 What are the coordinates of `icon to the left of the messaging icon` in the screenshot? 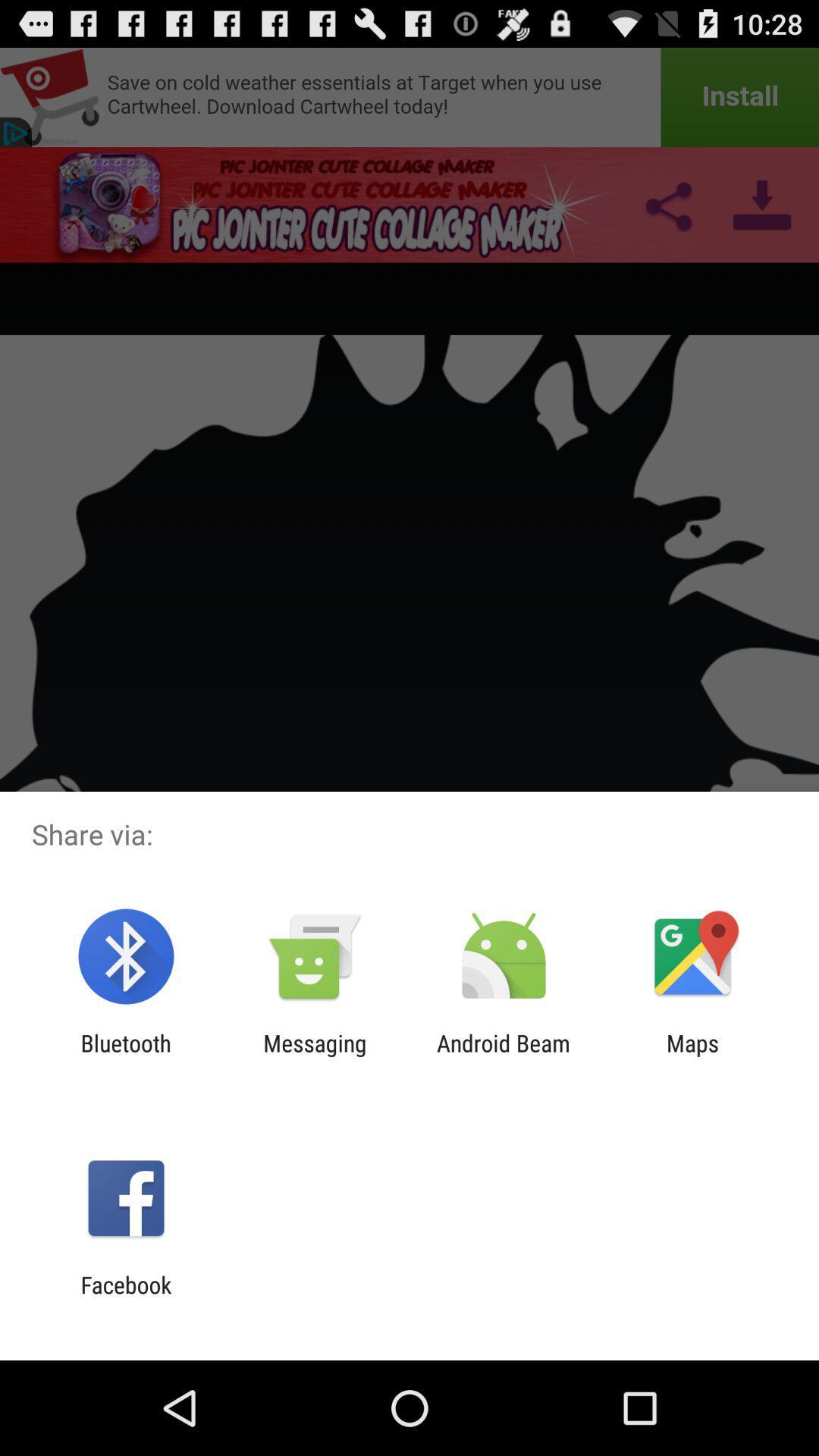 It's located at (125, 1056).